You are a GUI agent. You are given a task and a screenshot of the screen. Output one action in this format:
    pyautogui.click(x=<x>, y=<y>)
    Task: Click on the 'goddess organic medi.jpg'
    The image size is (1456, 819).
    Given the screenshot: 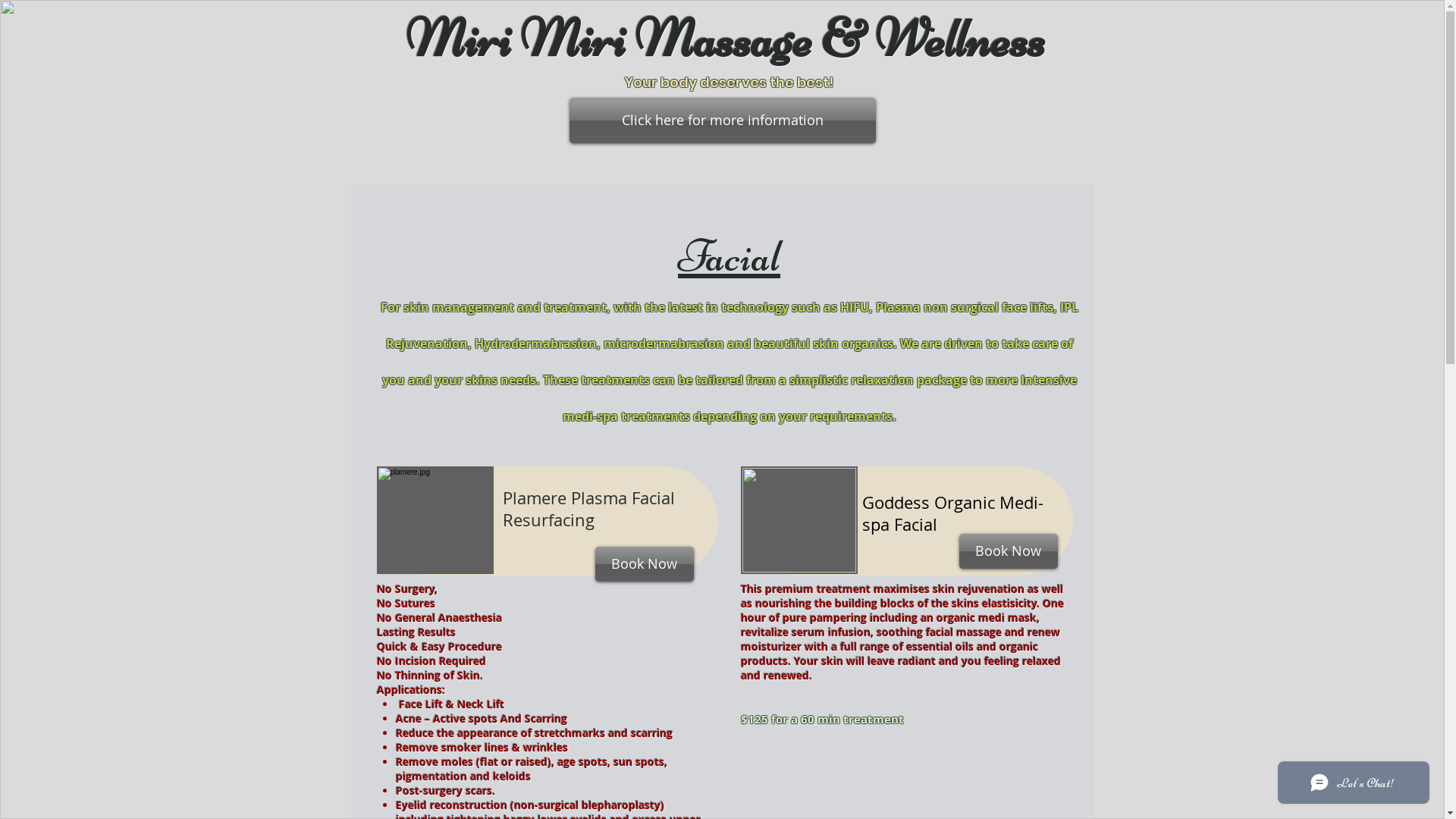 What is the action you would take?
    pyautogui.click(x=797, y=519)
    